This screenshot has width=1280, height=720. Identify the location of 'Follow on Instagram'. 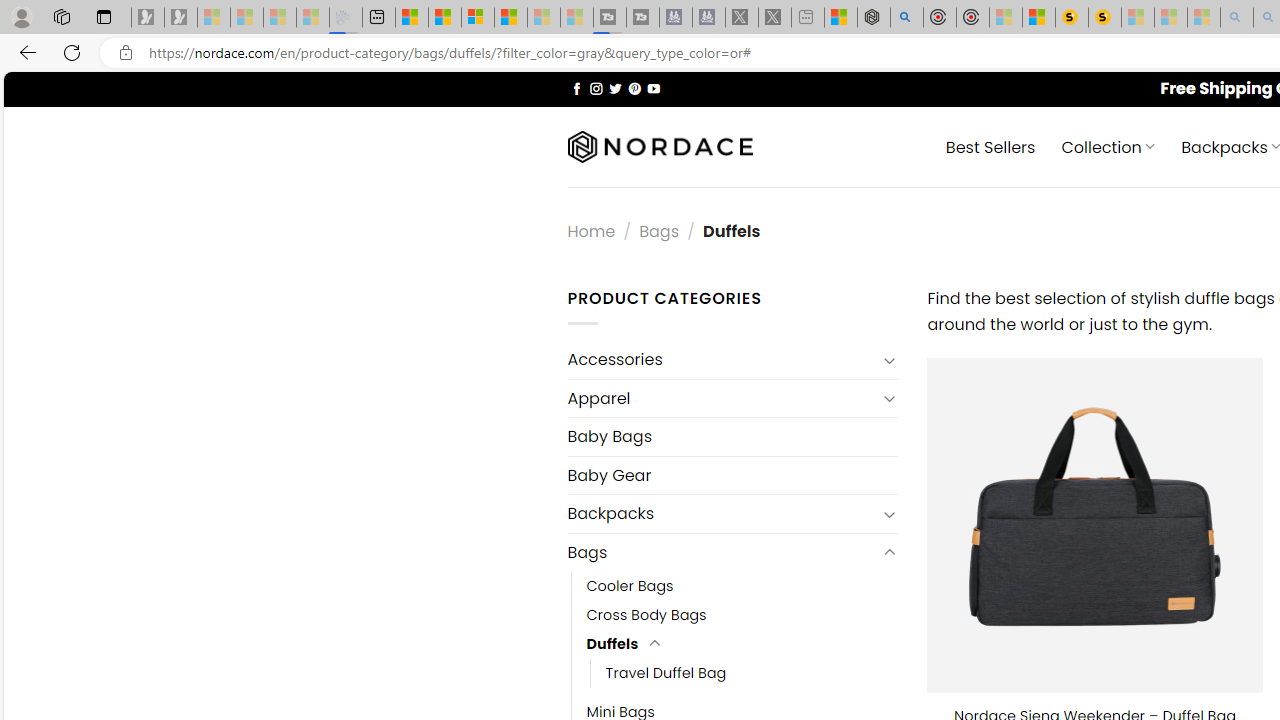
(595, 87).